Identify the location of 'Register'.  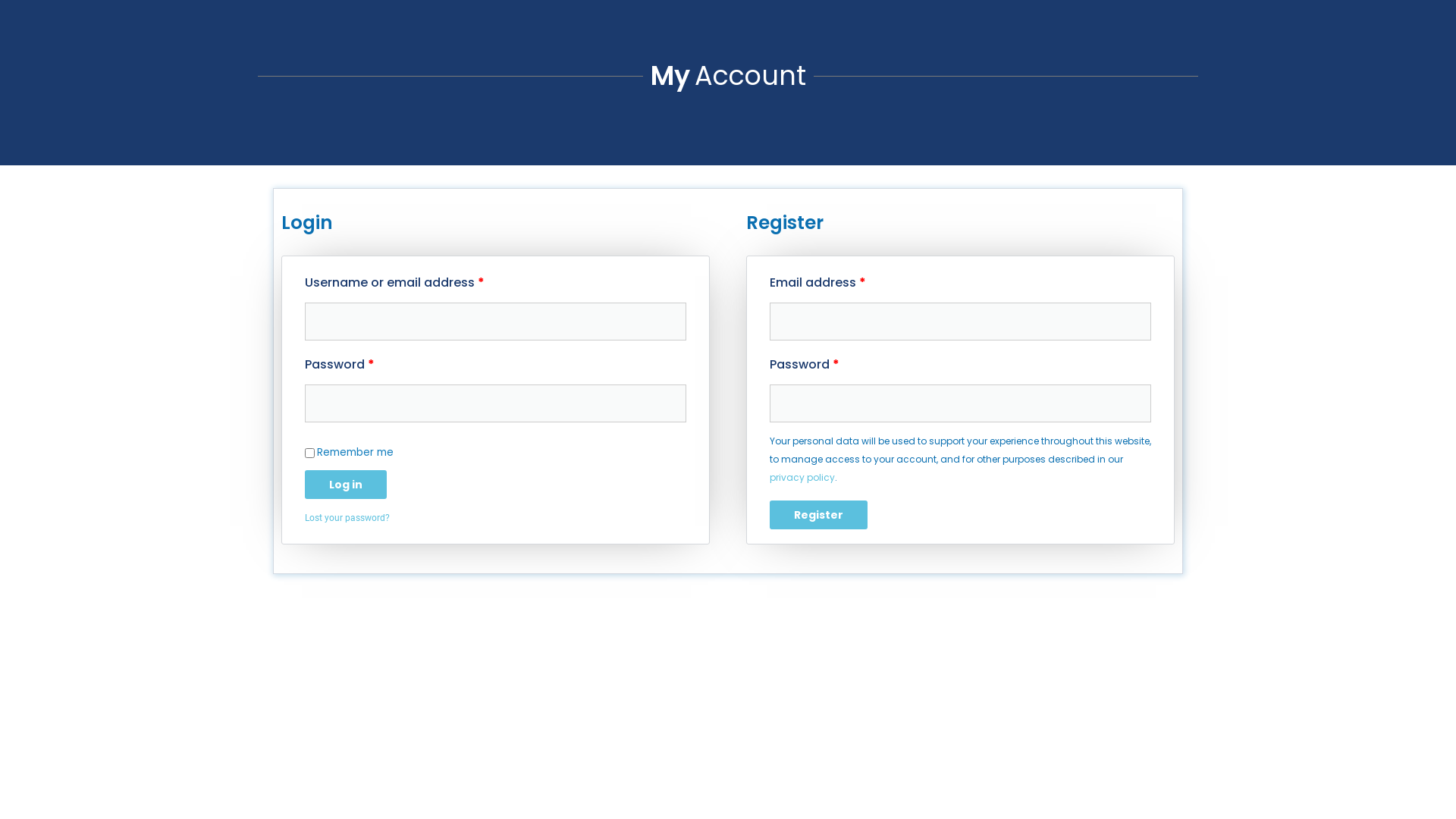
(817, 513).